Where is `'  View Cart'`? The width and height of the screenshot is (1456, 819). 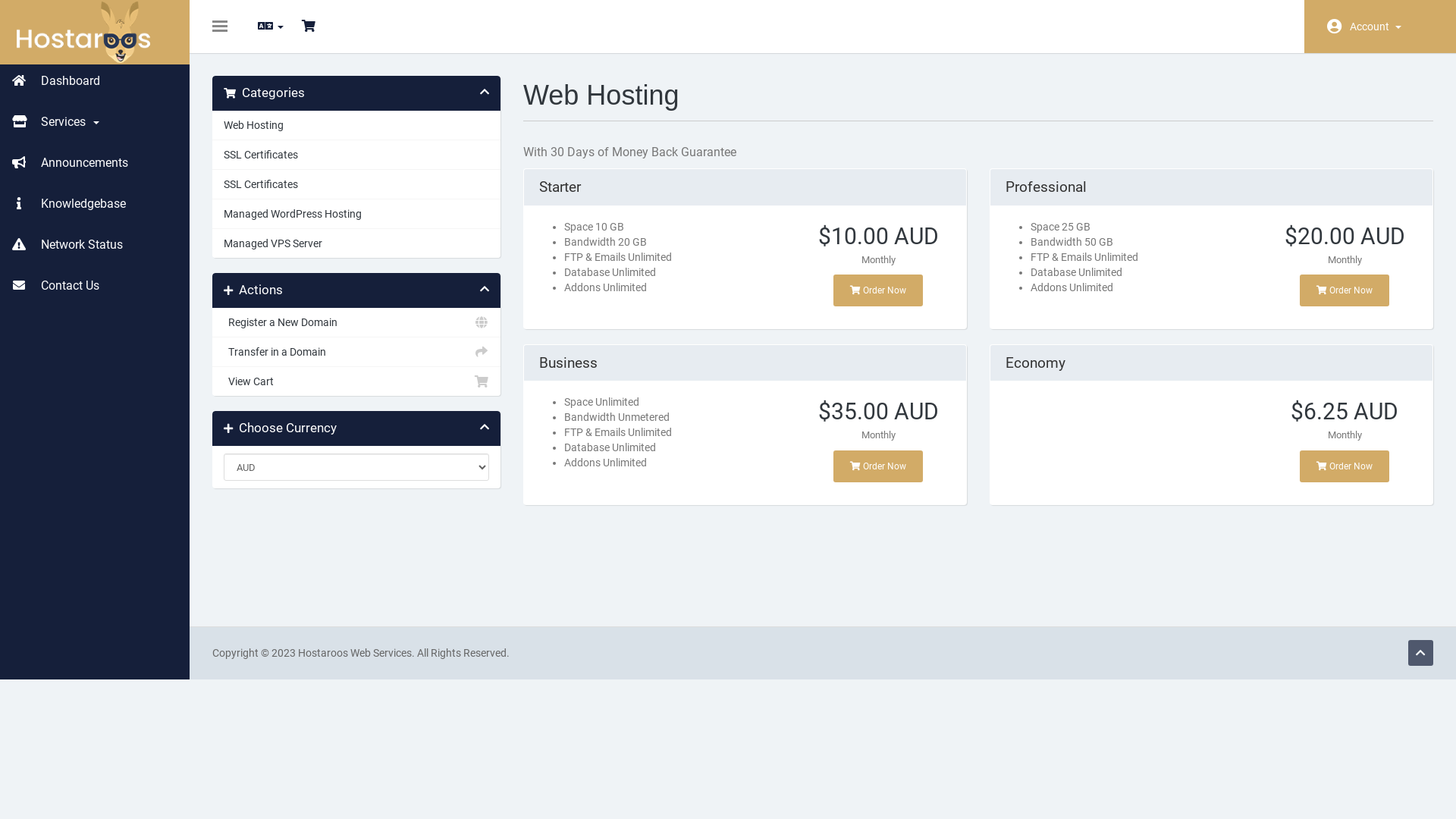 '  View Cart' is located at coordinates (356, 380).